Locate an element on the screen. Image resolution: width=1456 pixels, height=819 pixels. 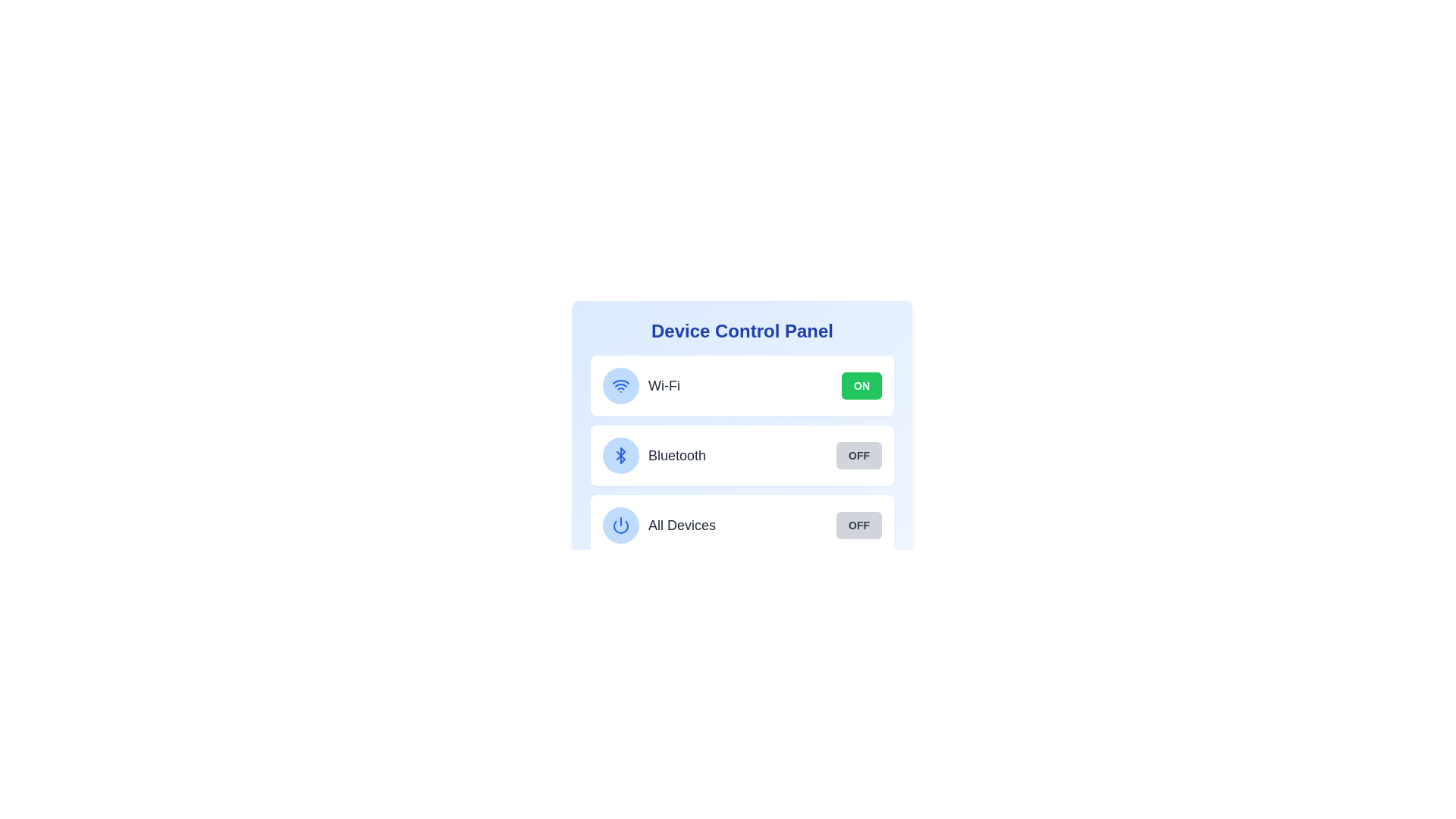
the Wi-Fi icon located at the top of the list in the device control panel, adjacent to the 'Wi-Fi' text and 'ON' toggle status button is located at coordinates (621, 385).